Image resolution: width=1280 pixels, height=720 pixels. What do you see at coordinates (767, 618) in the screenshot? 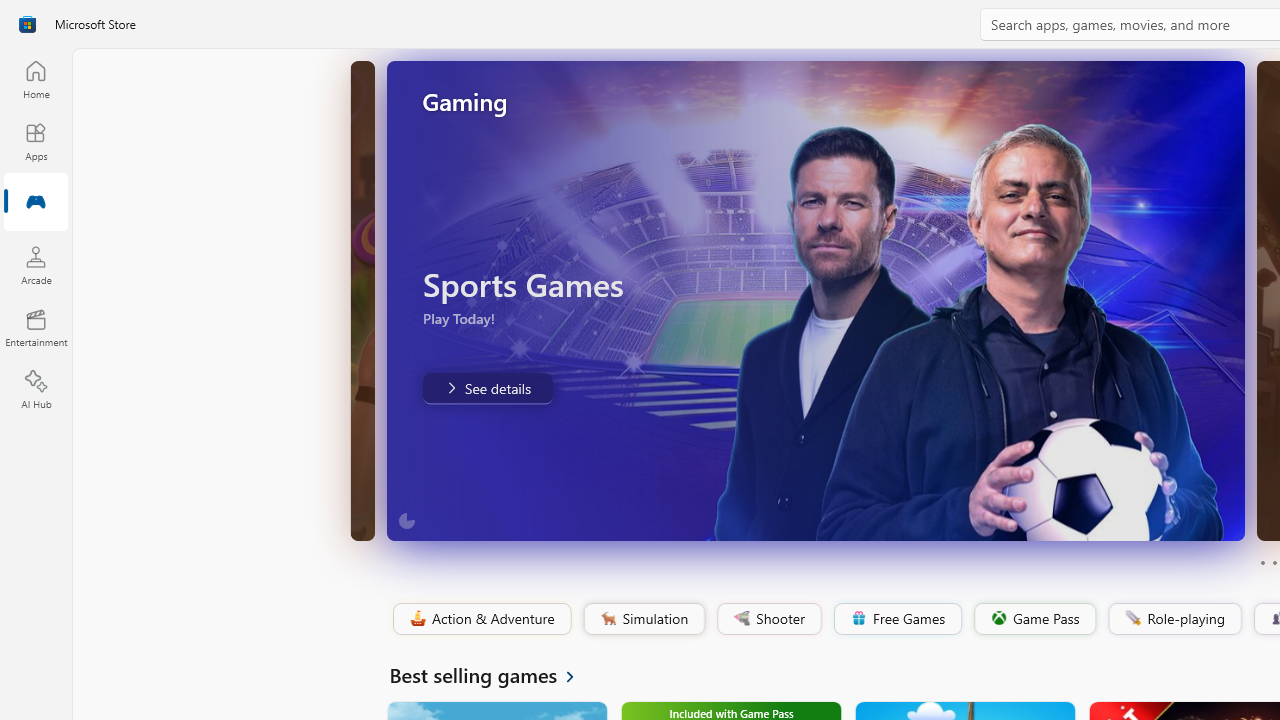
I see `'Shooter'` at bounding box center [767, 618].